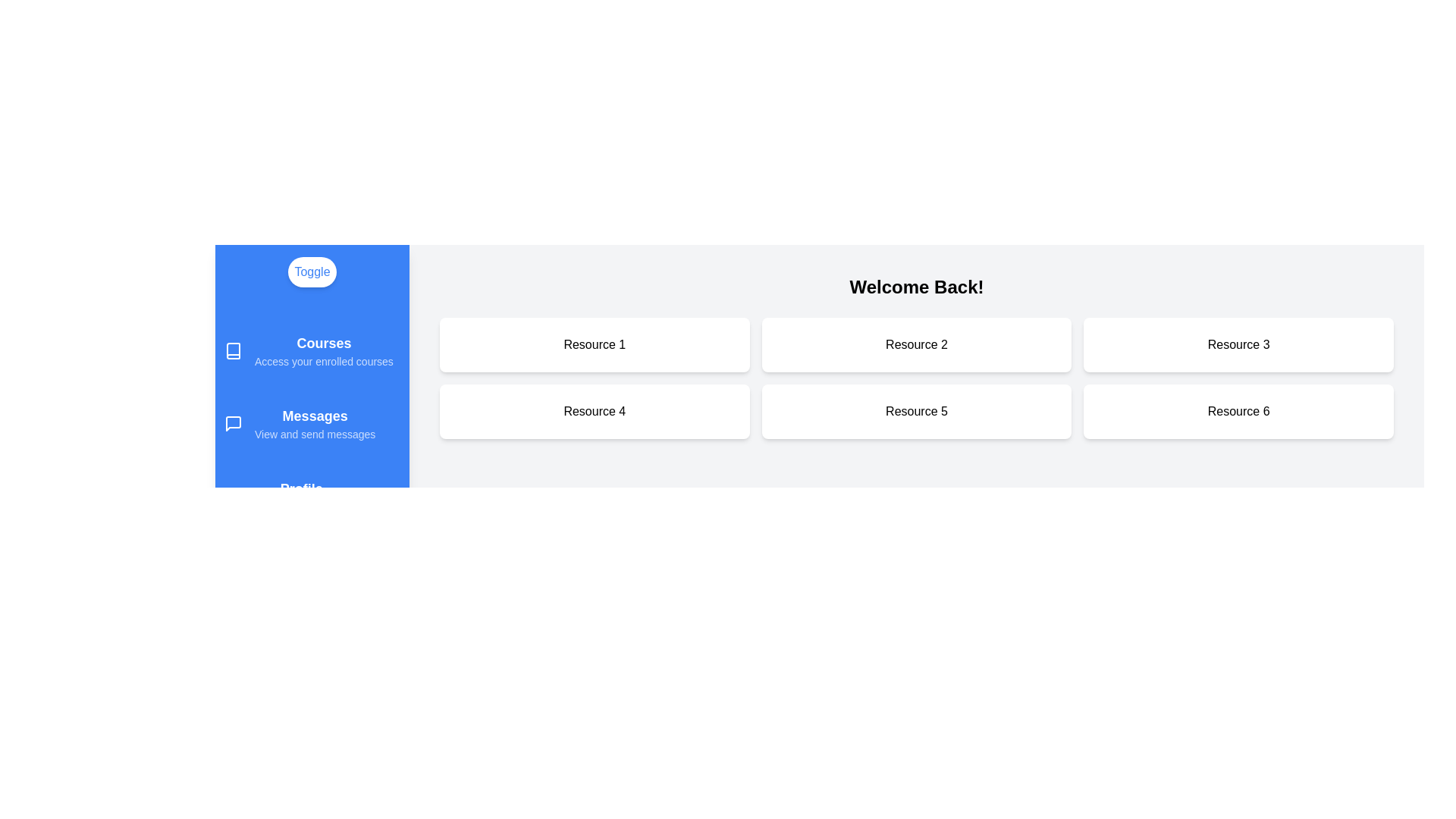 The height and width of the screenshot is (819, 1456). What do you see at coordinates (312, 424) in the screenshot?
I see `the drawer section corresponding to Messages` at bounding box center [312, 424].